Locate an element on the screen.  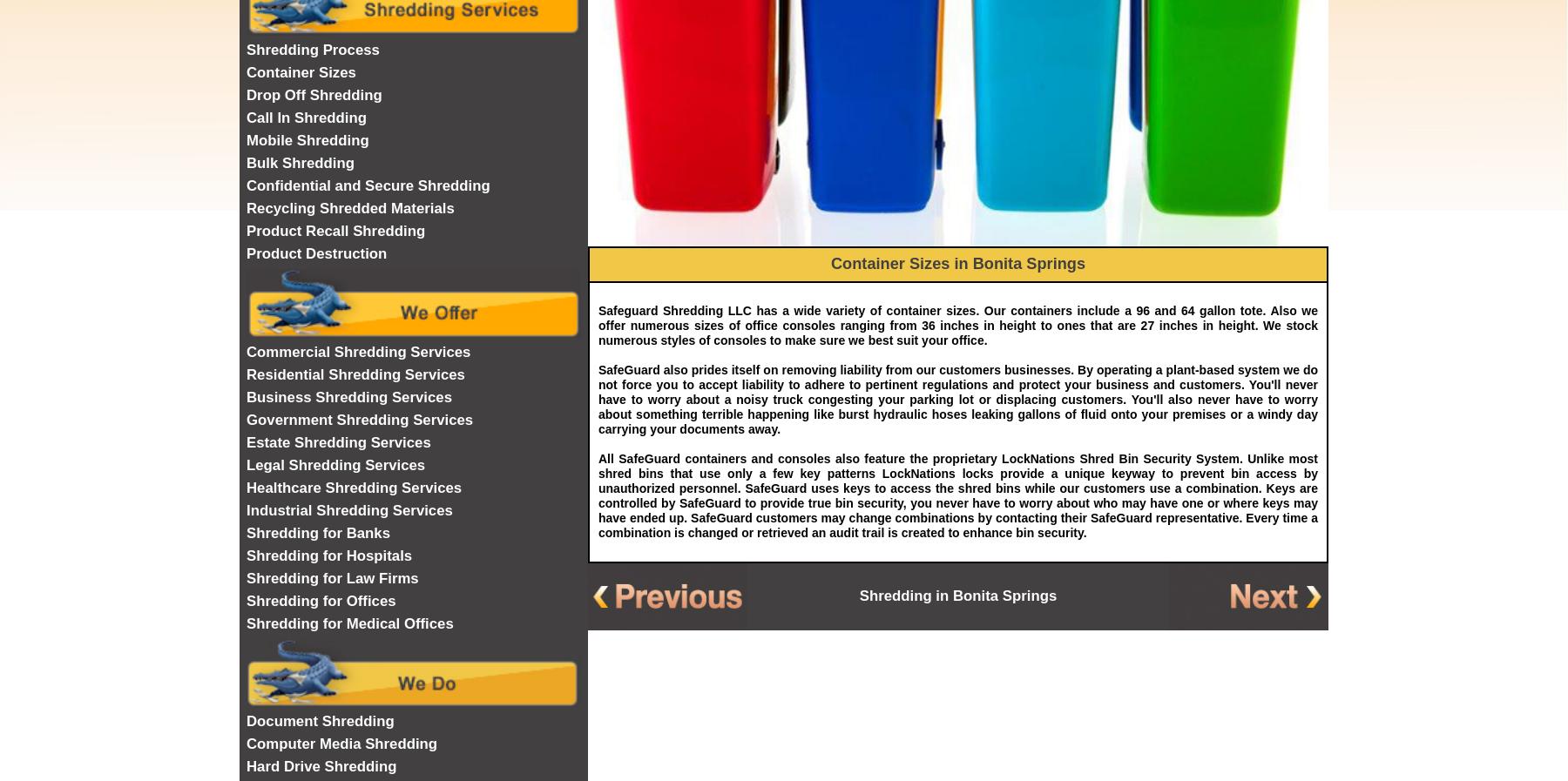
'Residential Shredding Services' is located at coordinates (355, 373).